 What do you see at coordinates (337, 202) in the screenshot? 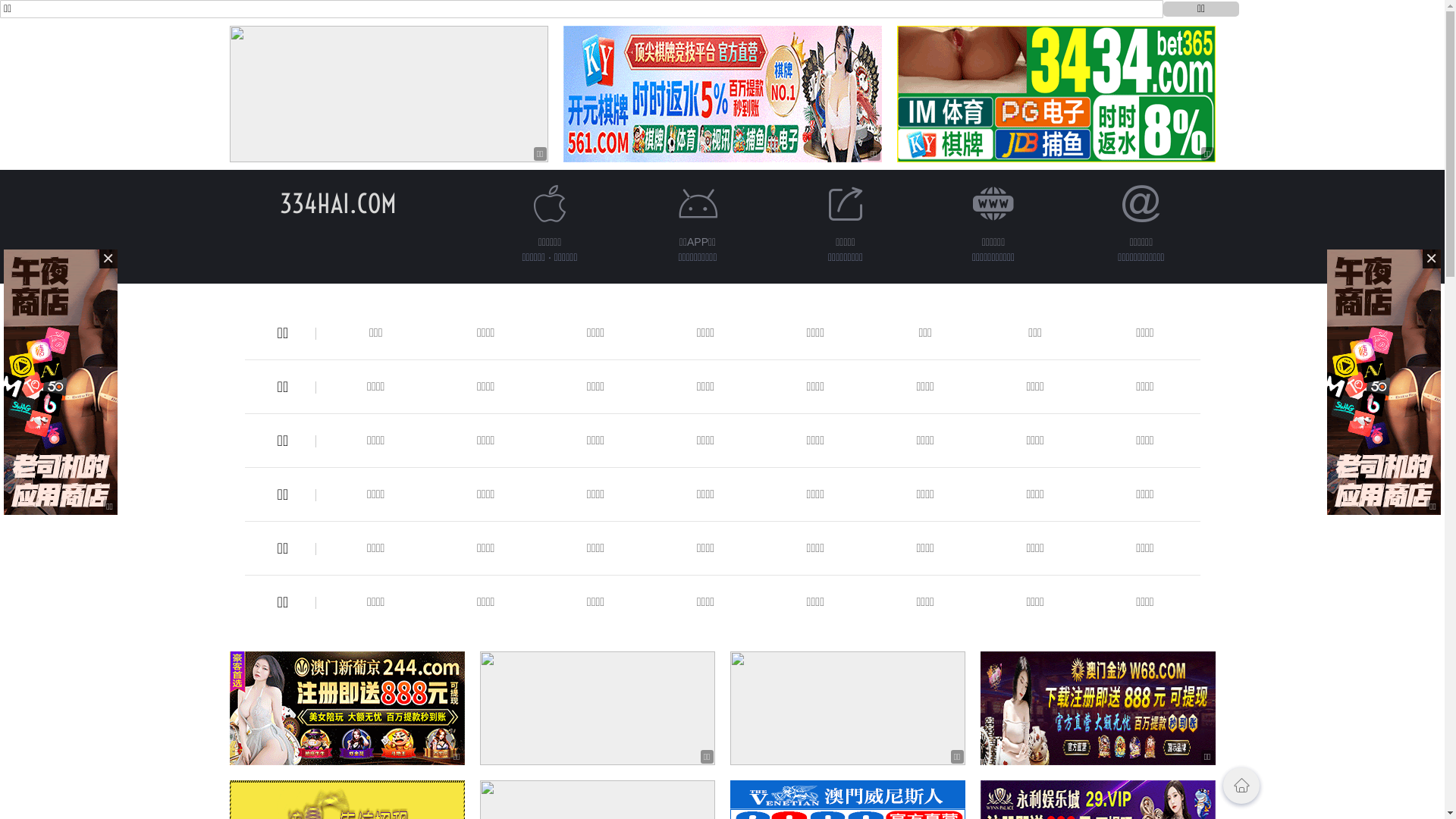
I see `'334HAI.COM'` at bounding box center [337, 202].